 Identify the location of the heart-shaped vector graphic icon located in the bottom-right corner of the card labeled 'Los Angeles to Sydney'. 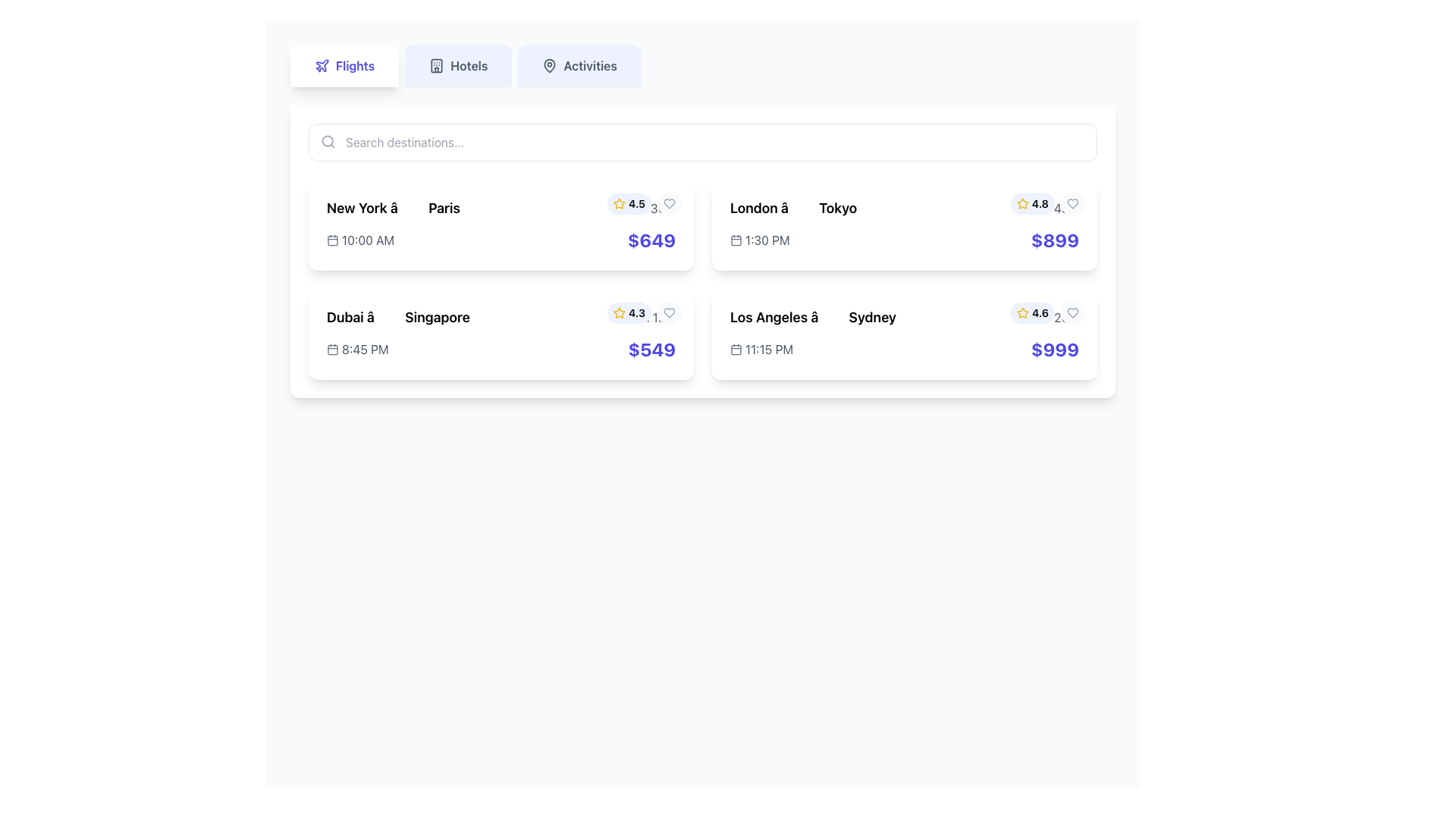
(1072, 312).